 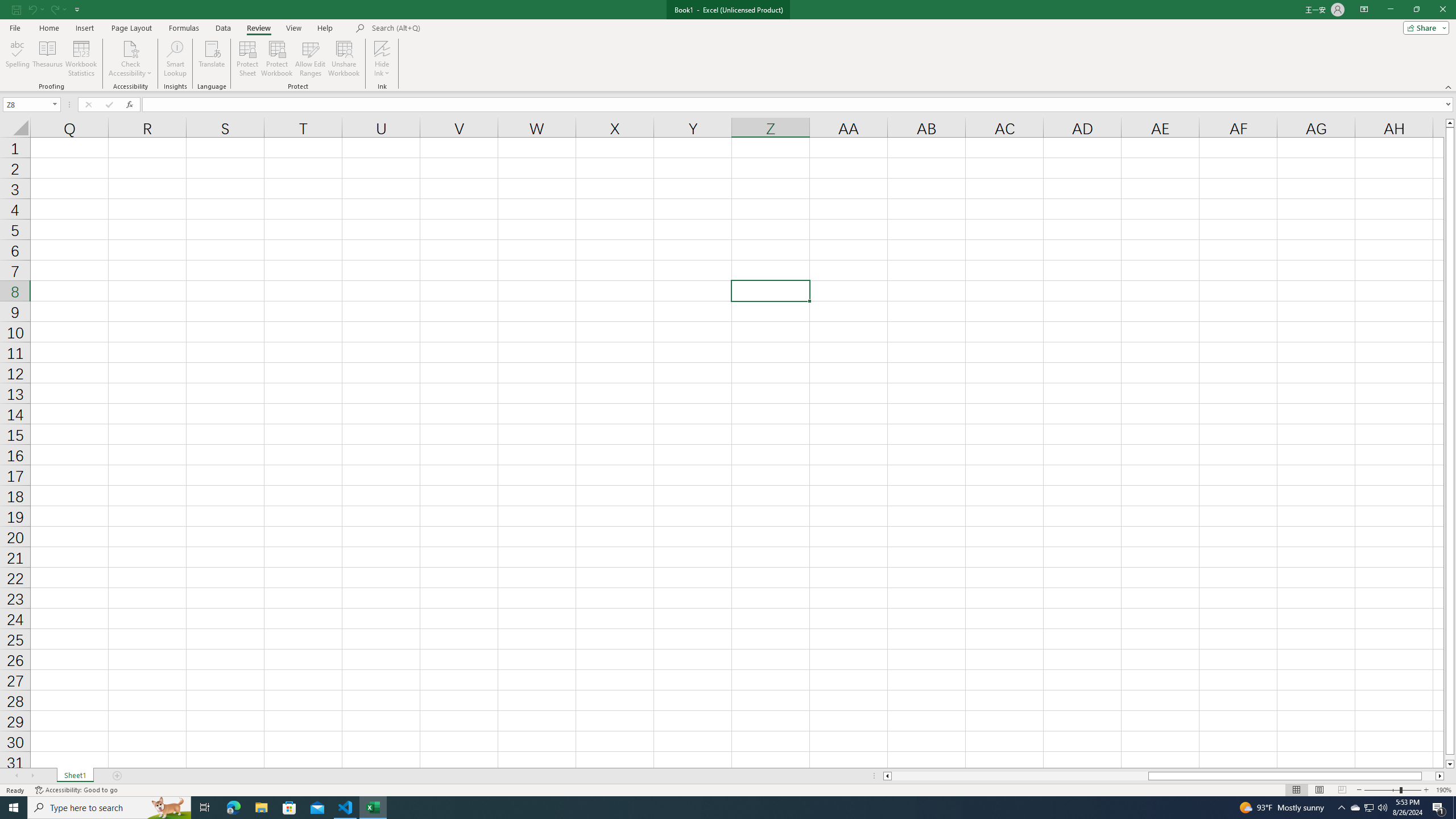 I want to click on 'Smart Lookup', so click(x=175, y=59).